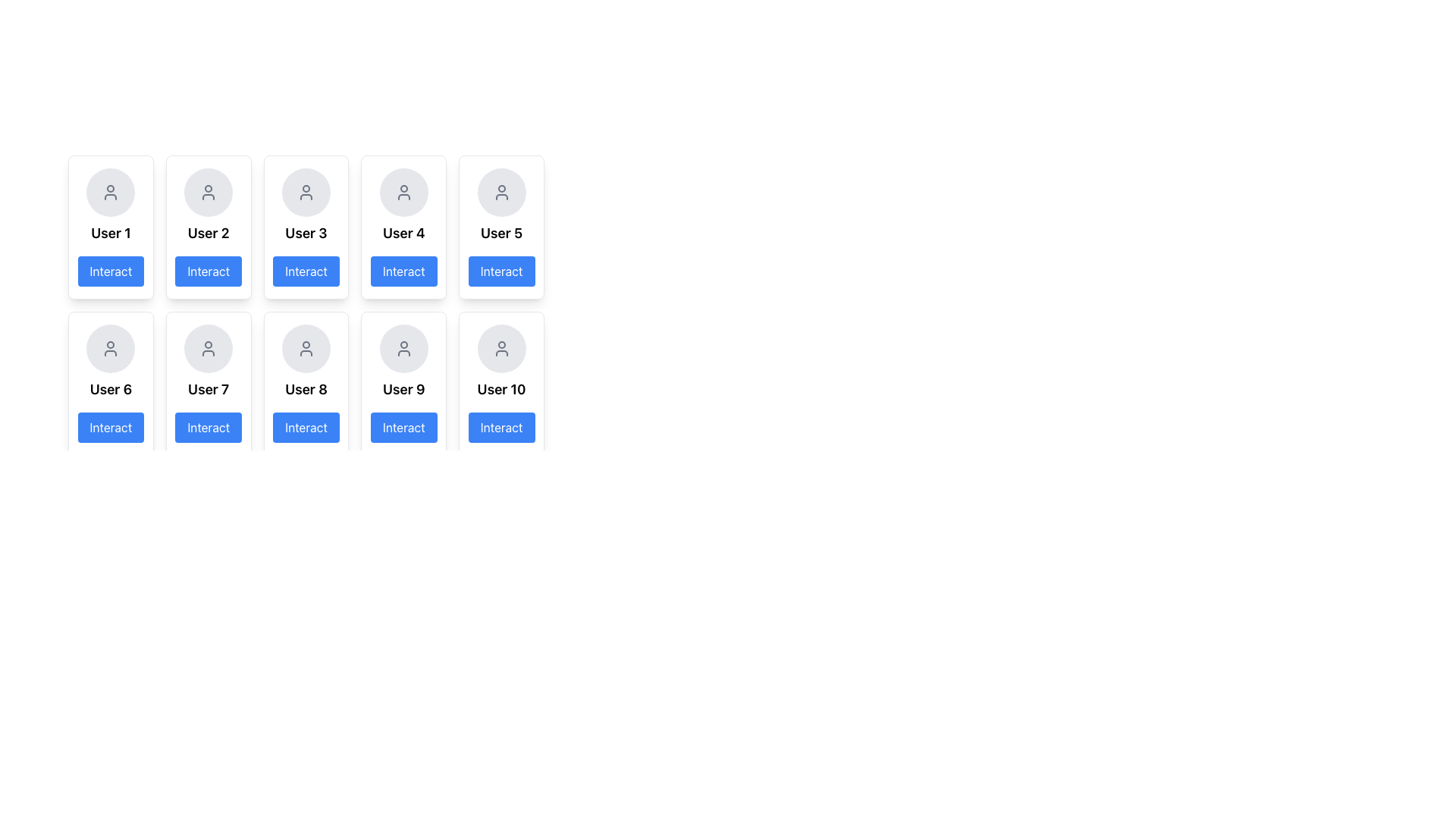  What do you see at coordinates (403, 427) in the screenshot?
I see `the button located at the bottom of the user card labeled 'User 9' to change its color` at bounding box center [403, 427].